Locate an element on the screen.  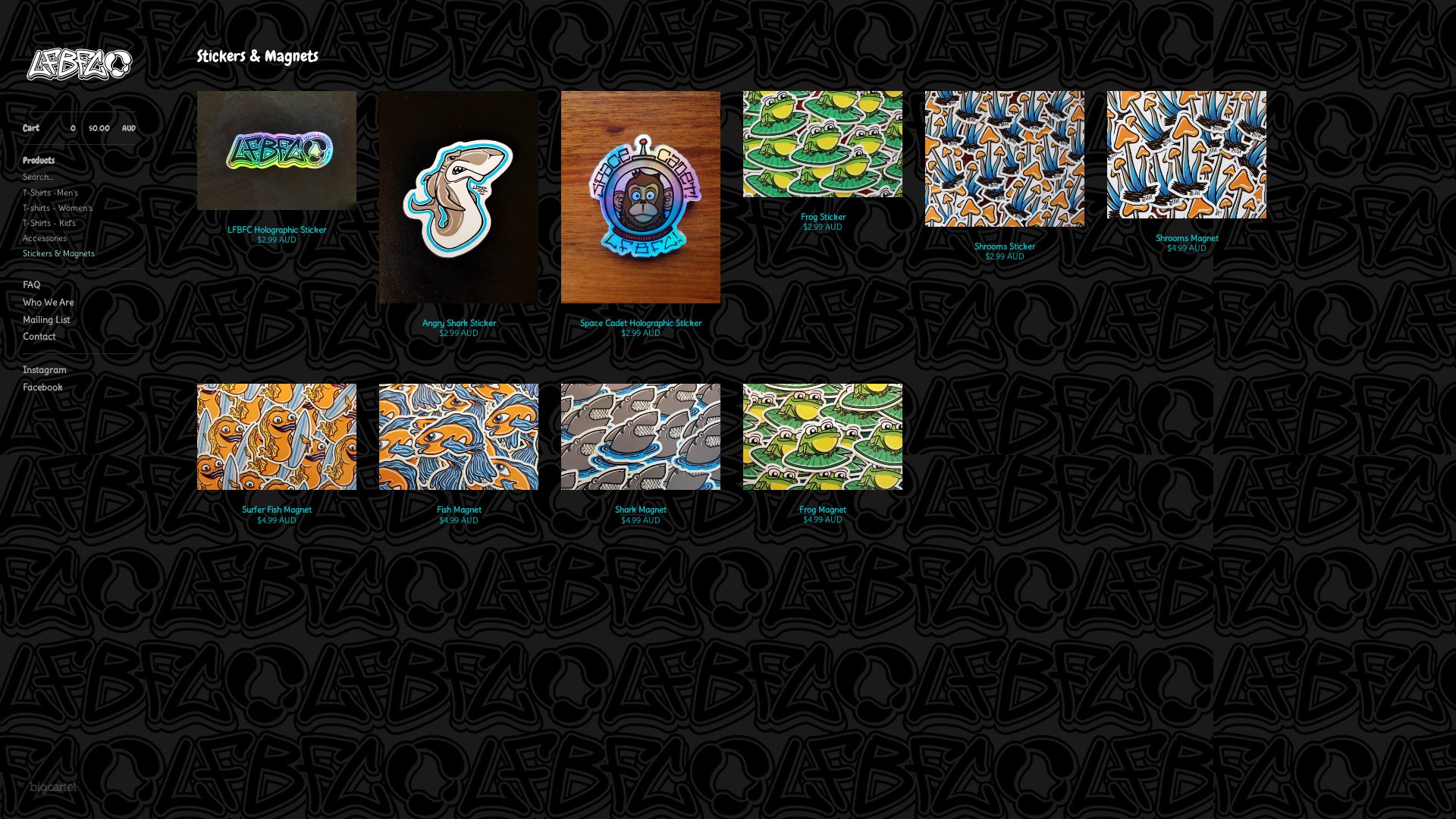
'T-shirts - Women's' is located at coordinates (78, 207).